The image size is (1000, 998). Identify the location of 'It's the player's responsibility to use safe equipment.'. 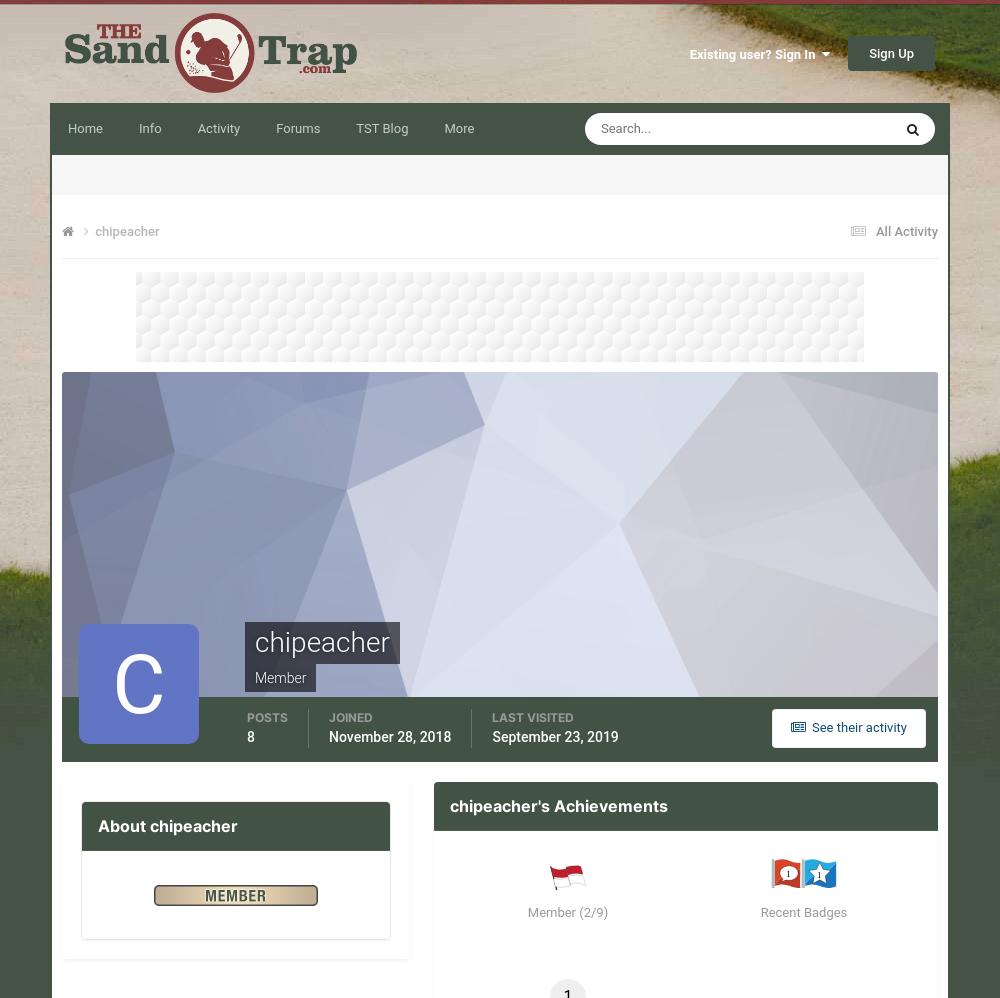
(509, 884).